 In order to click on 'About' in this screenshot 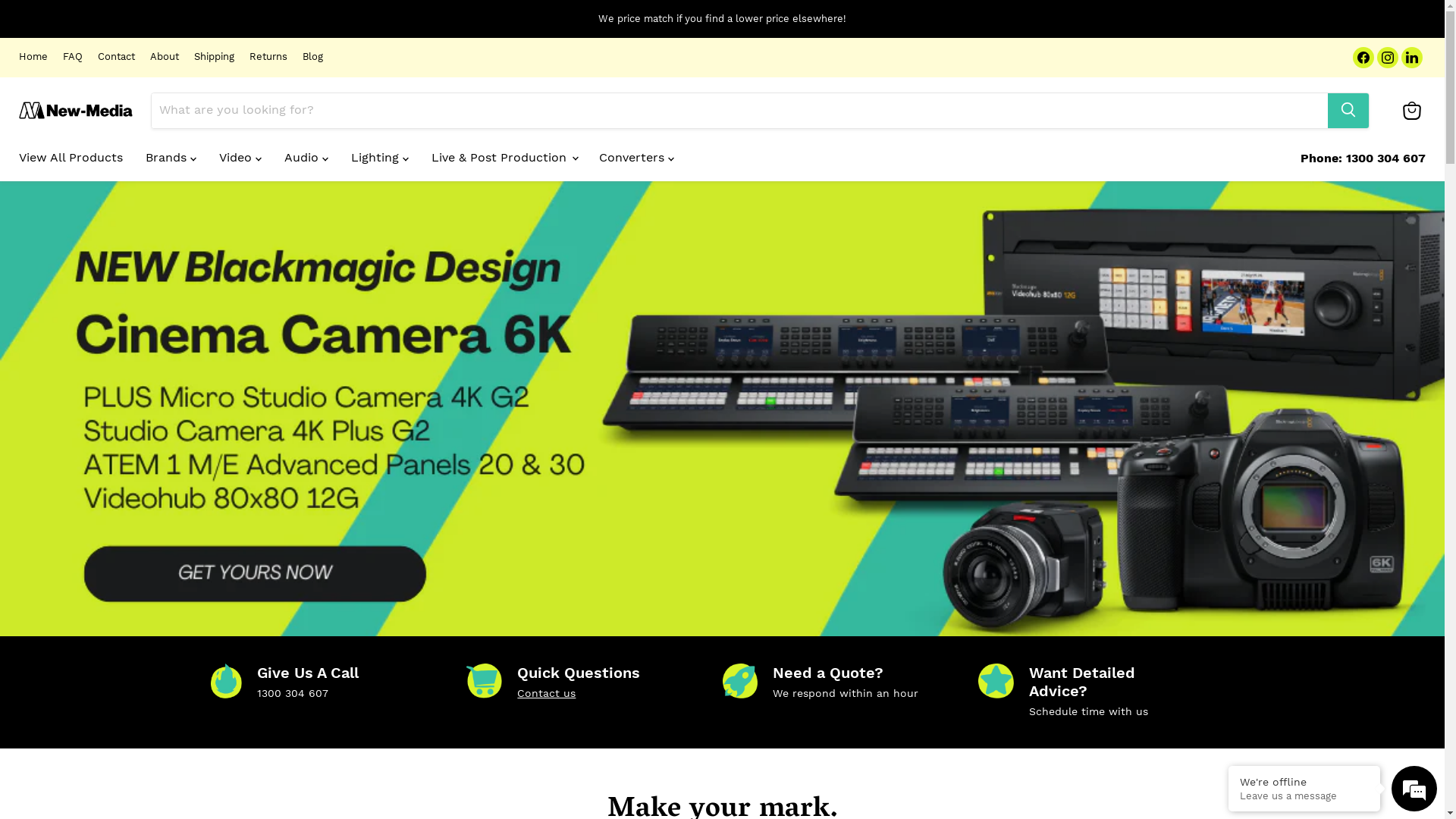, I will do `click(149, 56)`.